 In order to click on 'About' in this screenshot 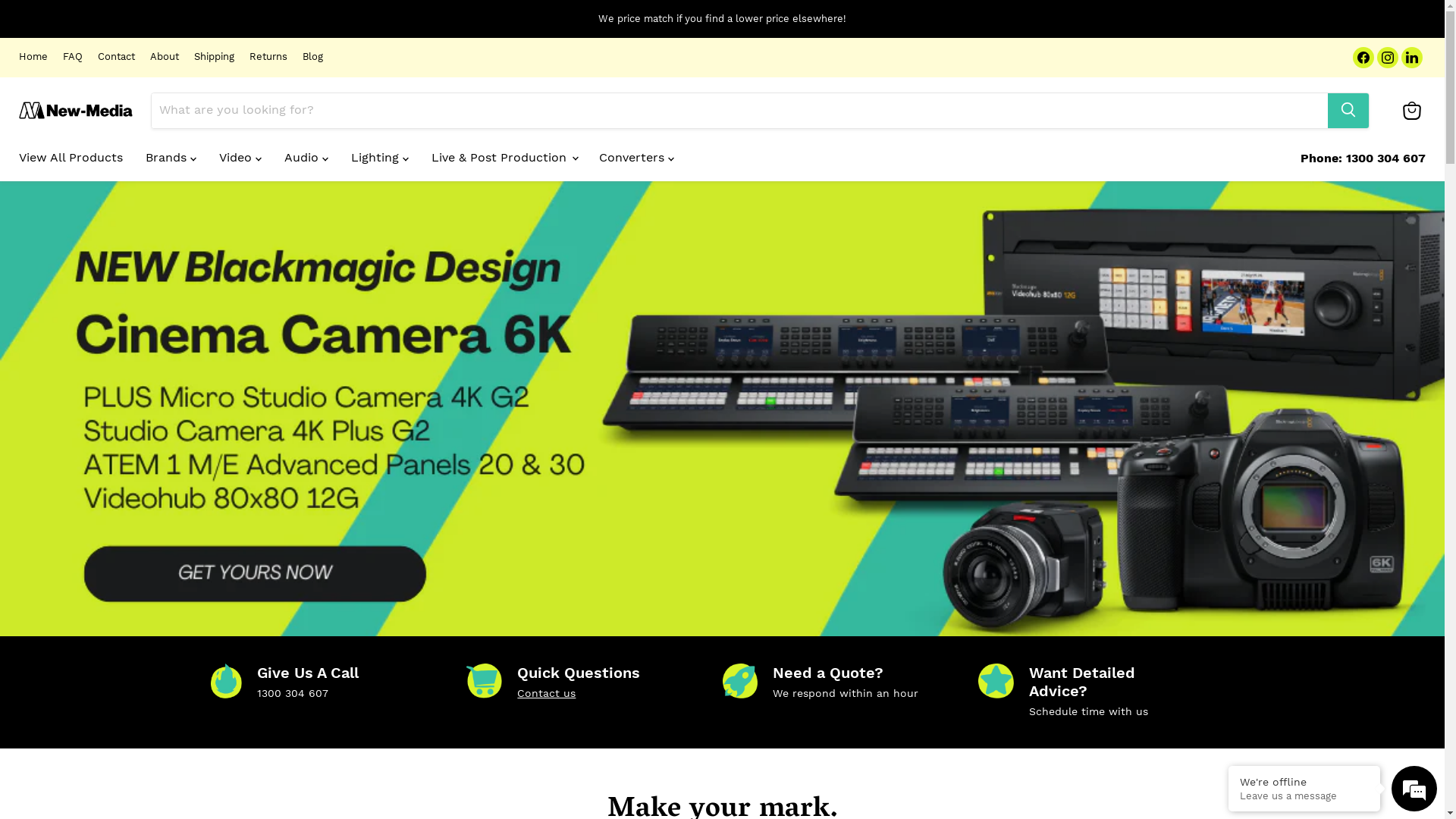, I will do `click(149, 56)`.